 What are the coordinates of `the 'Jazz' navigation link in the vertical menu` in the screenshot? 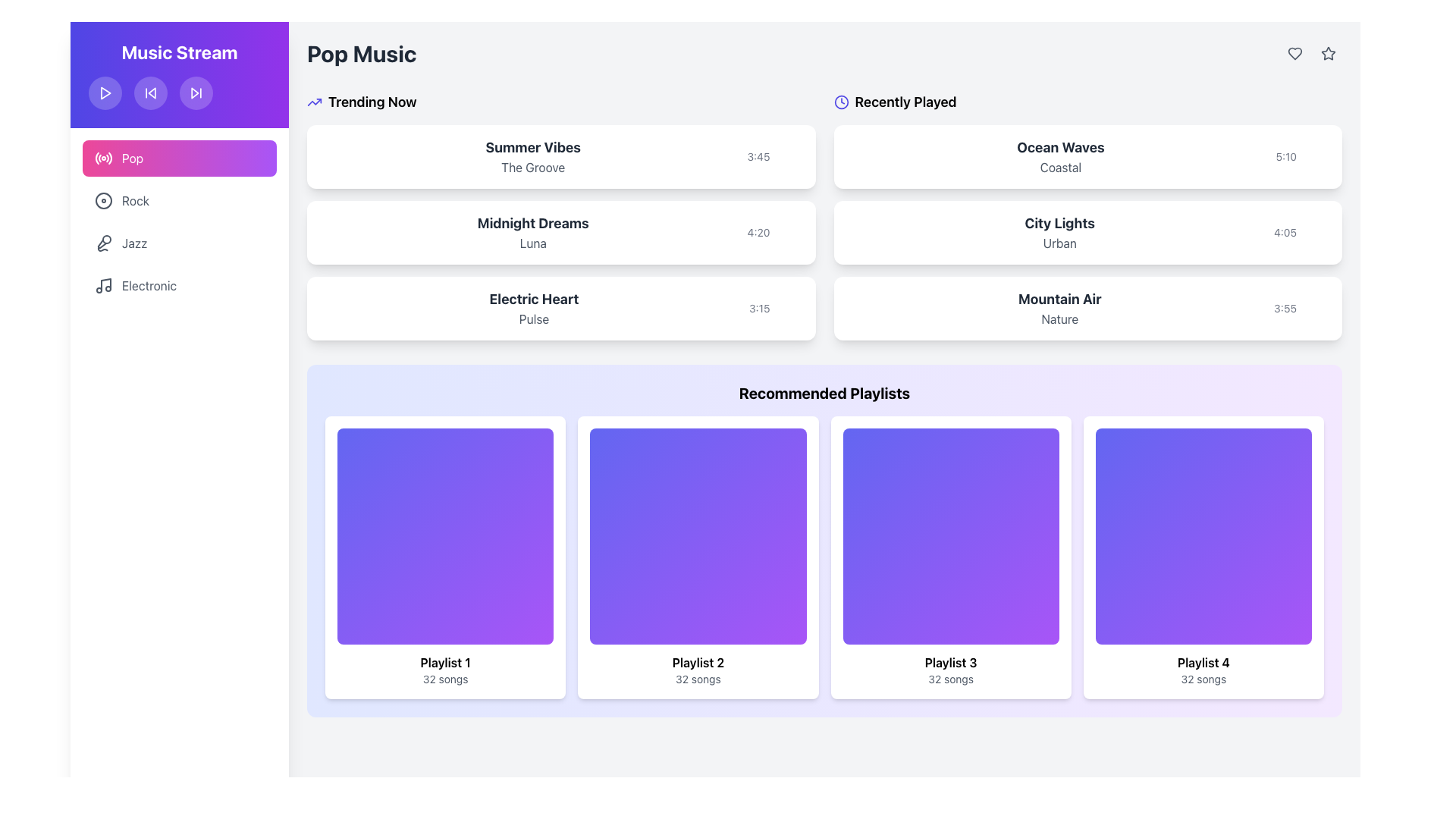 It's located at (134, 242).